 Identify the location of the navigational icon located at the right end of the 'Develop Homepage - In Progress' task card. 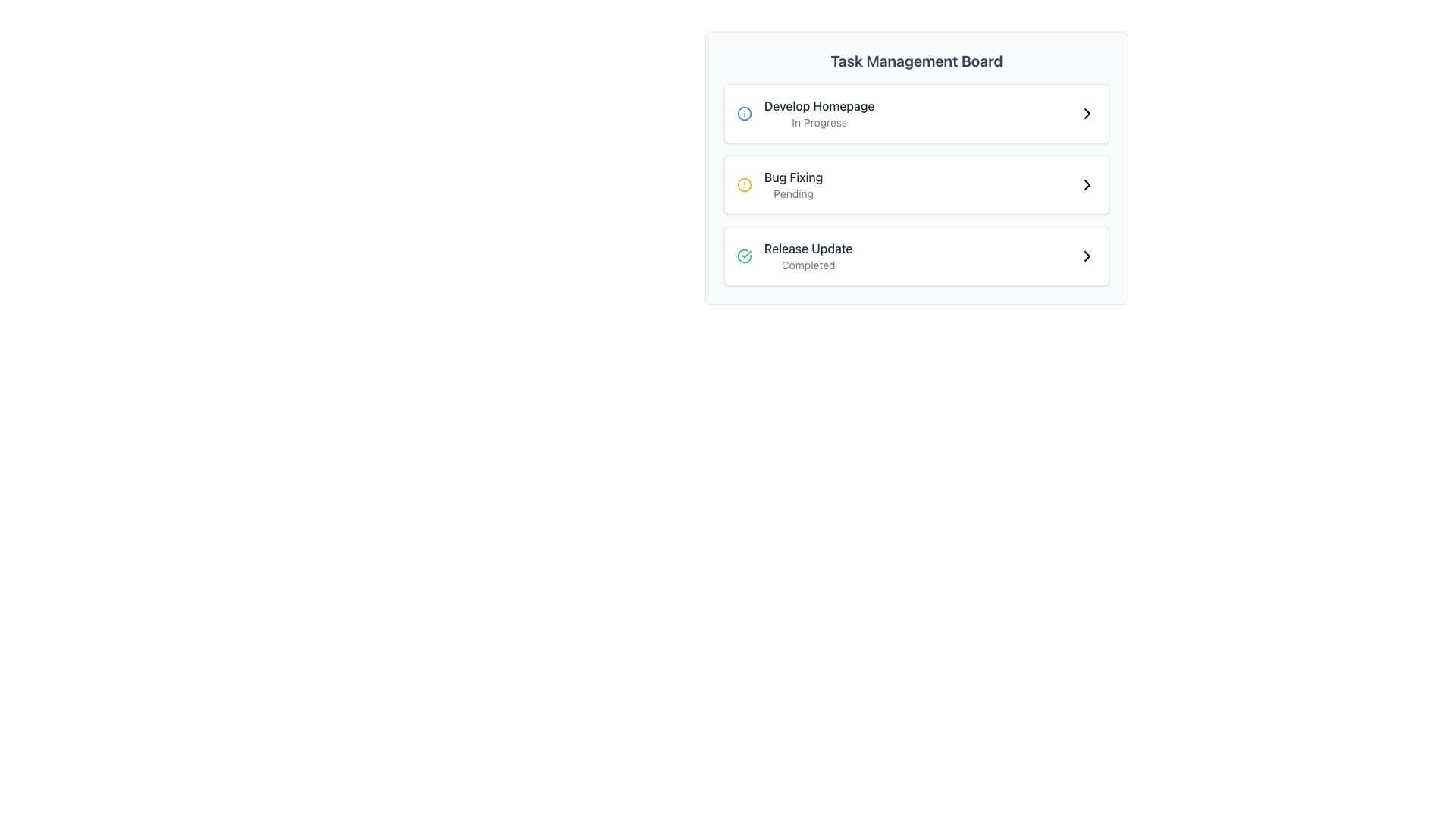
(1087, 113).